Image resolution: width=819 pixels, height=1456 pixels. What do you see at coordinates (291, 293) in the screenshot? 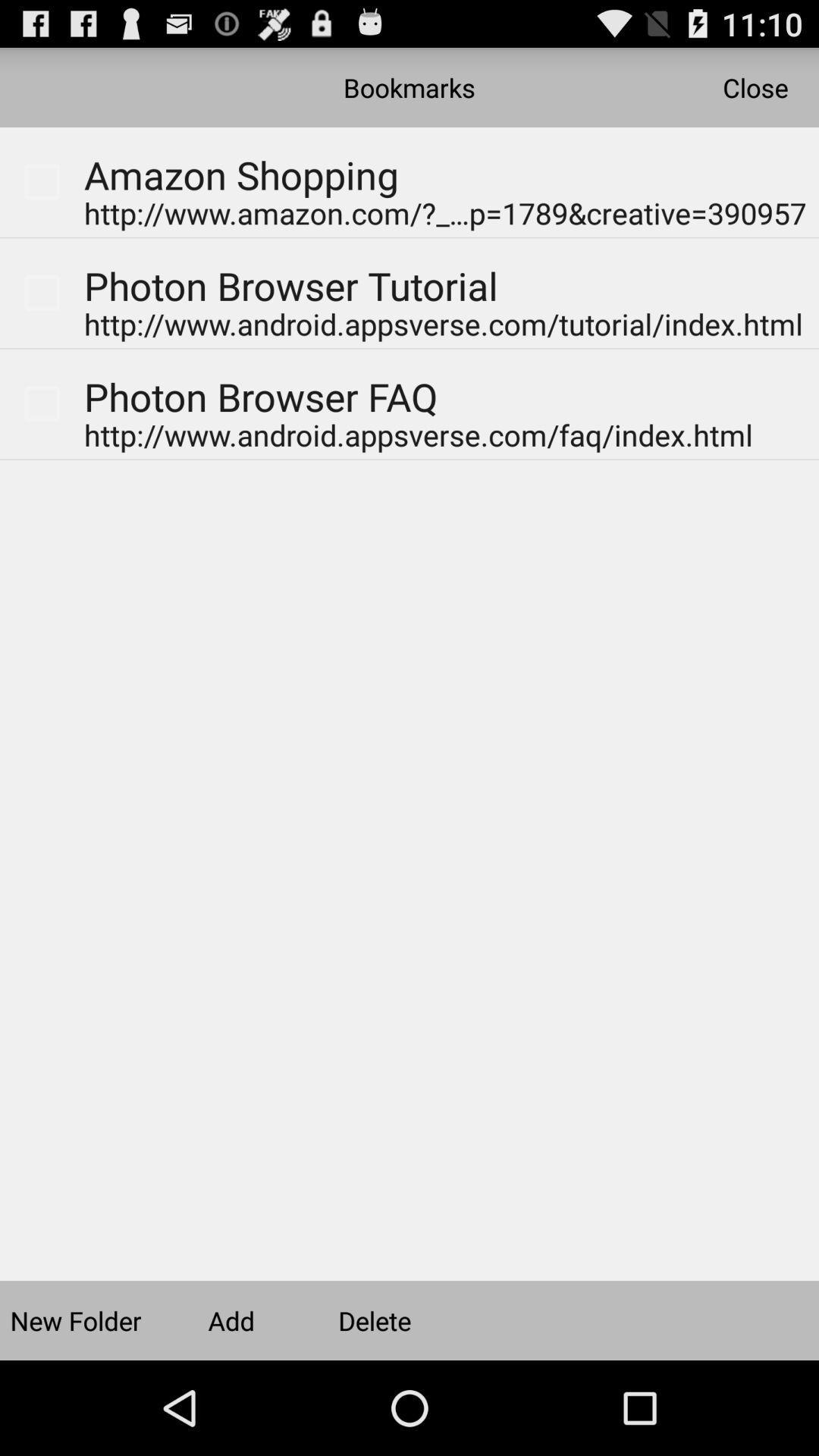
I see `the photon browser tutorial` at bounding box center [291, 293].